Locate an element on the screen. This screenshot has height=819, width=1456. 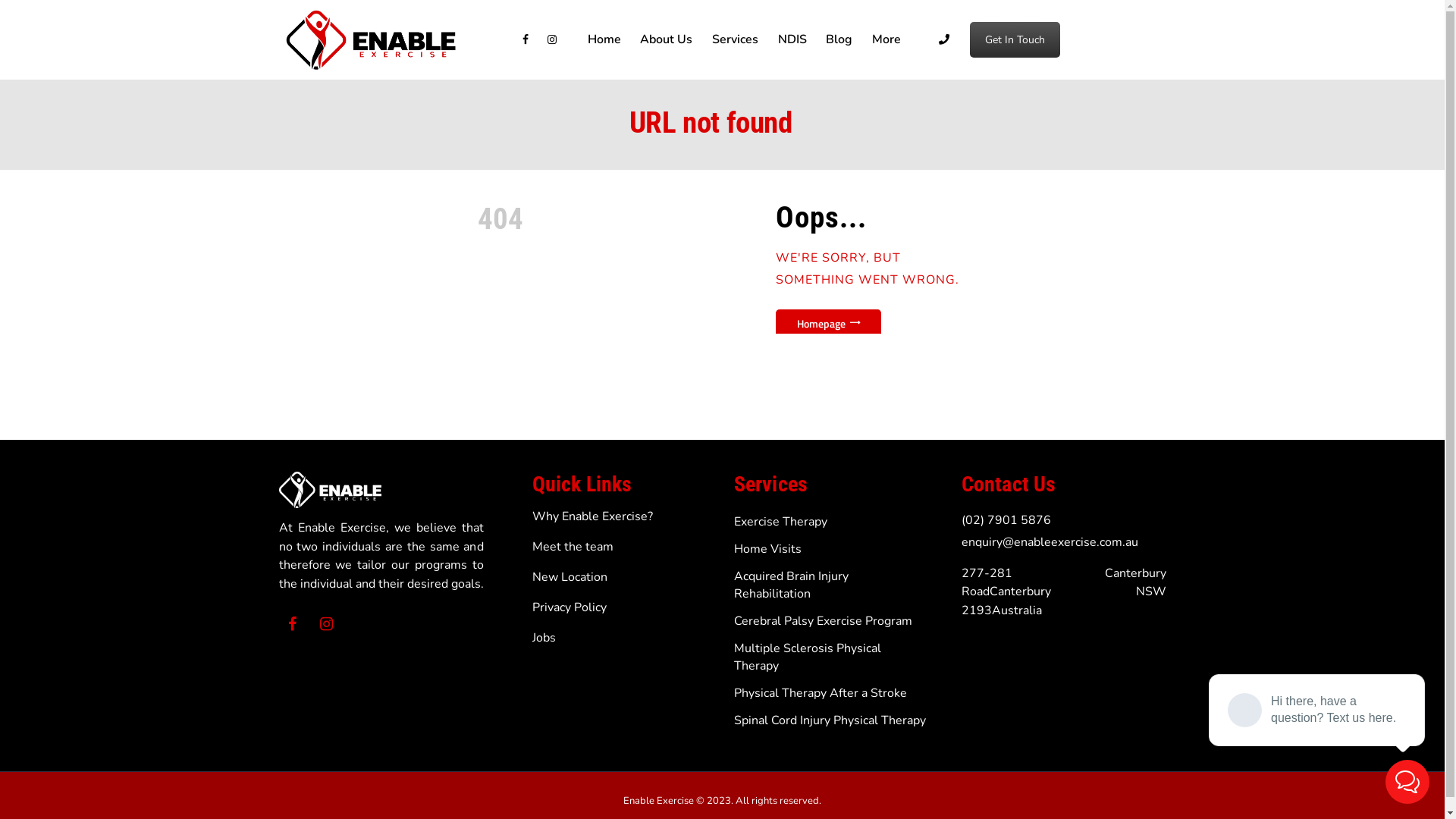
'Blog' is located at coordinates (838, 39).